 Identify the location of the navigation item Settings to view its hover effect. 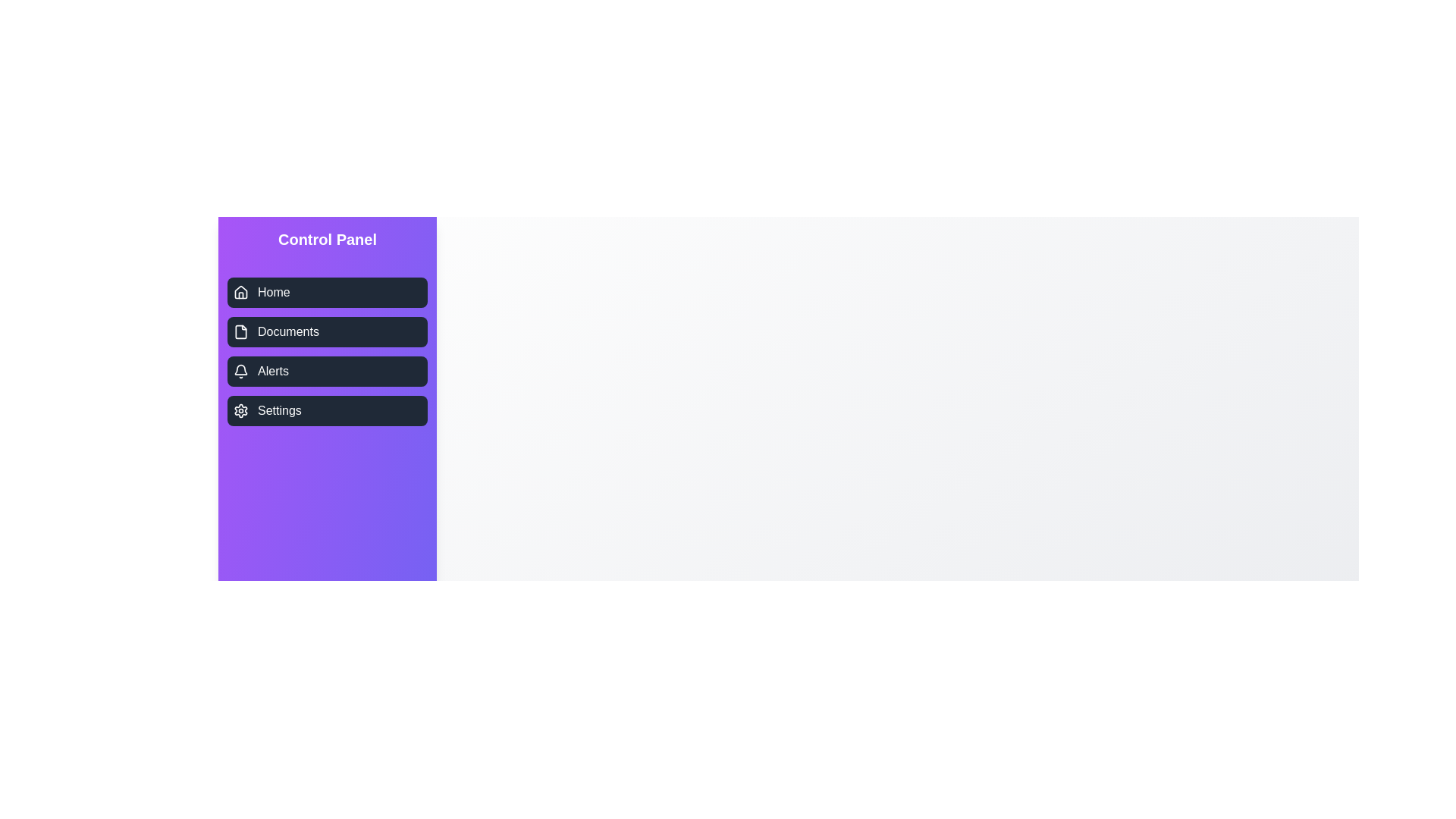
(327, 411).